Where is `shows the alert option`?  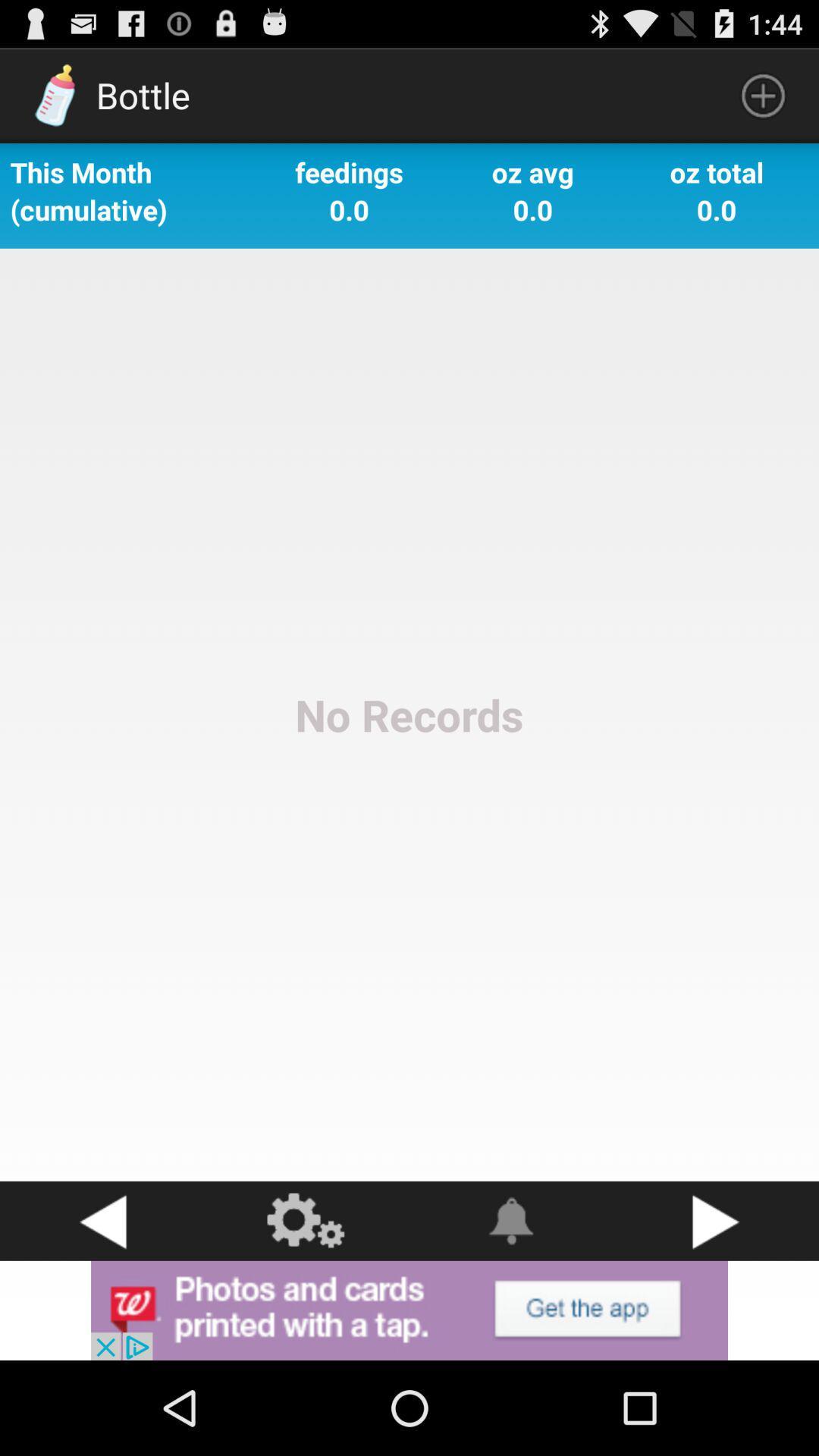 shows the alert option is located at coordinates (512, 1221).